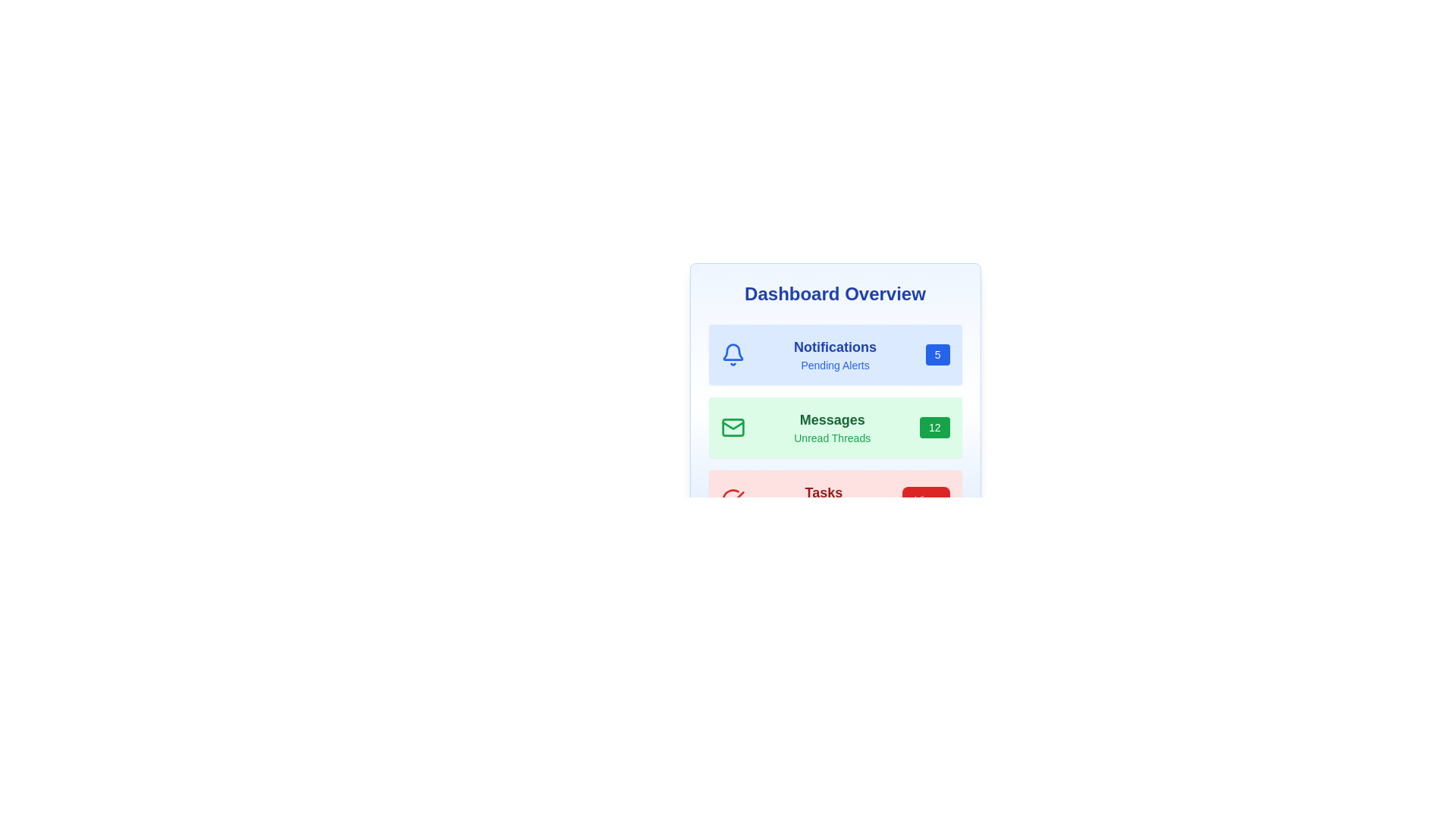 The width and height of the screenshot is (1456, 819). What do you see at coordinates (823, 493) in the screenshot?
I see `the Text Label that serves as a heading for the 'Tasks' section, which is located within a pink-colored box on the dashboard` at bounding box center [823, 493].